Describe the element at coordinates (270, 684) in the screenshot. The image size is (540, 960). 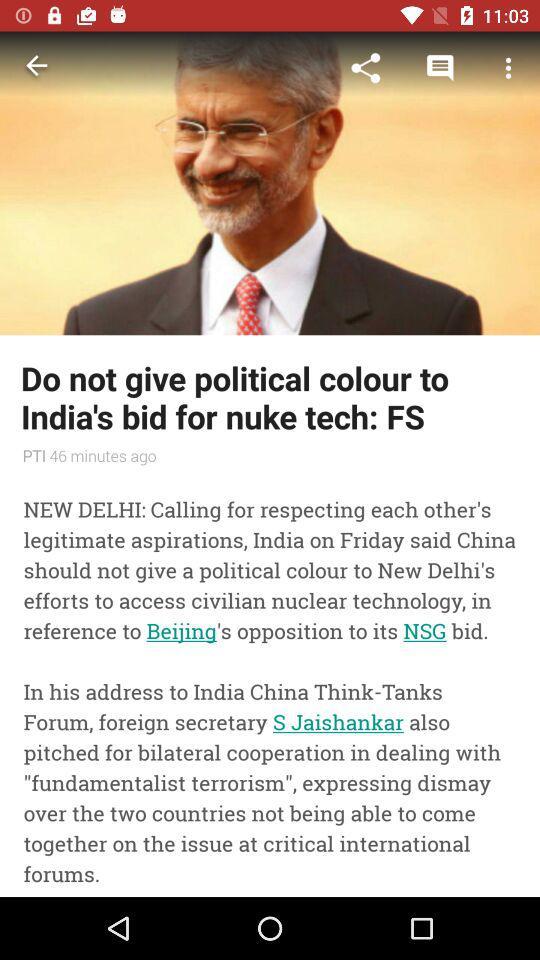
I see `new delhi calling icon` at that location.